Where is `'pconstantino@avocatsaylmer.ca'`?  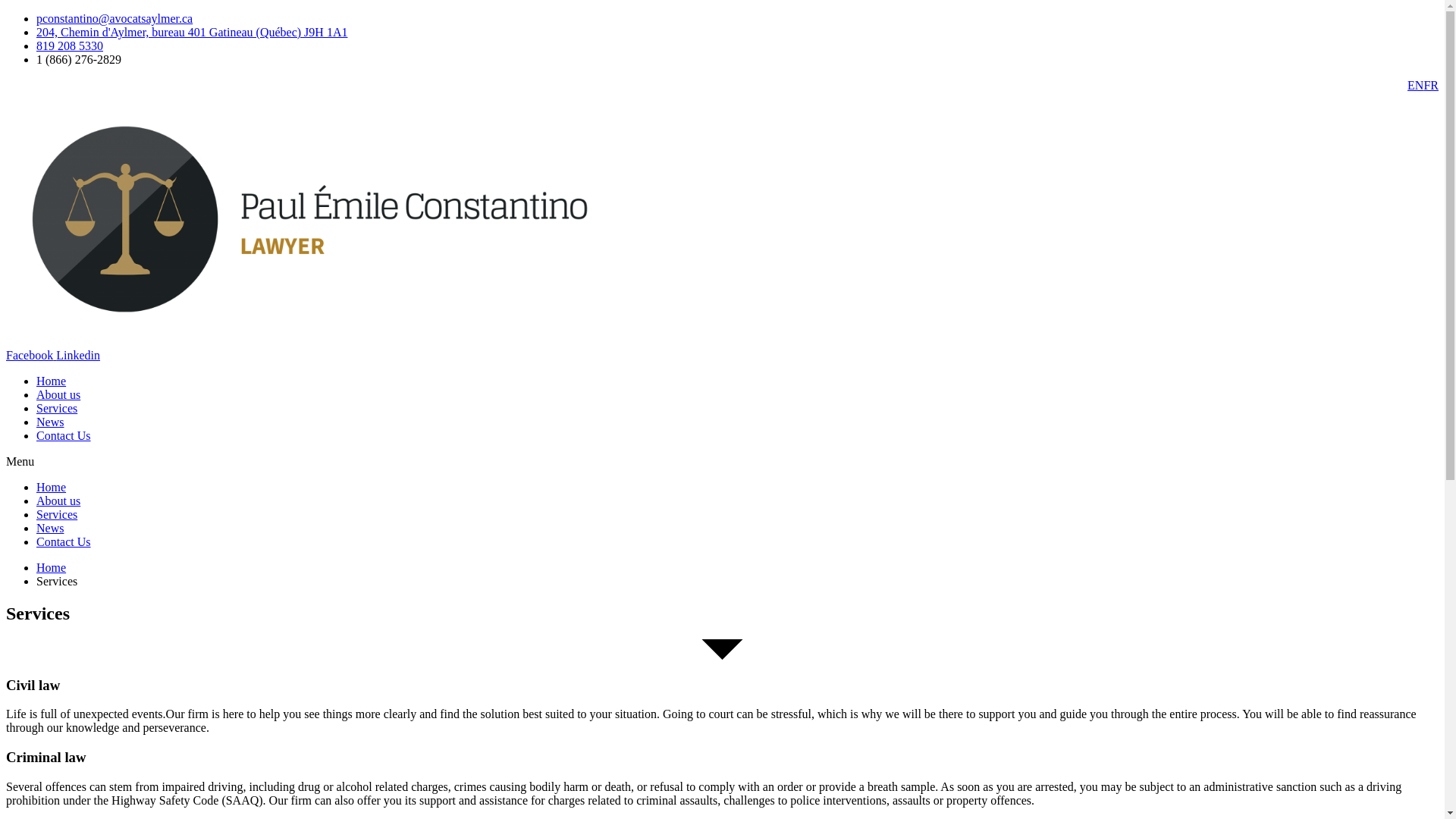
'pconstantino@avocatsaylmer.ca' is located at coordinates (113, 18).